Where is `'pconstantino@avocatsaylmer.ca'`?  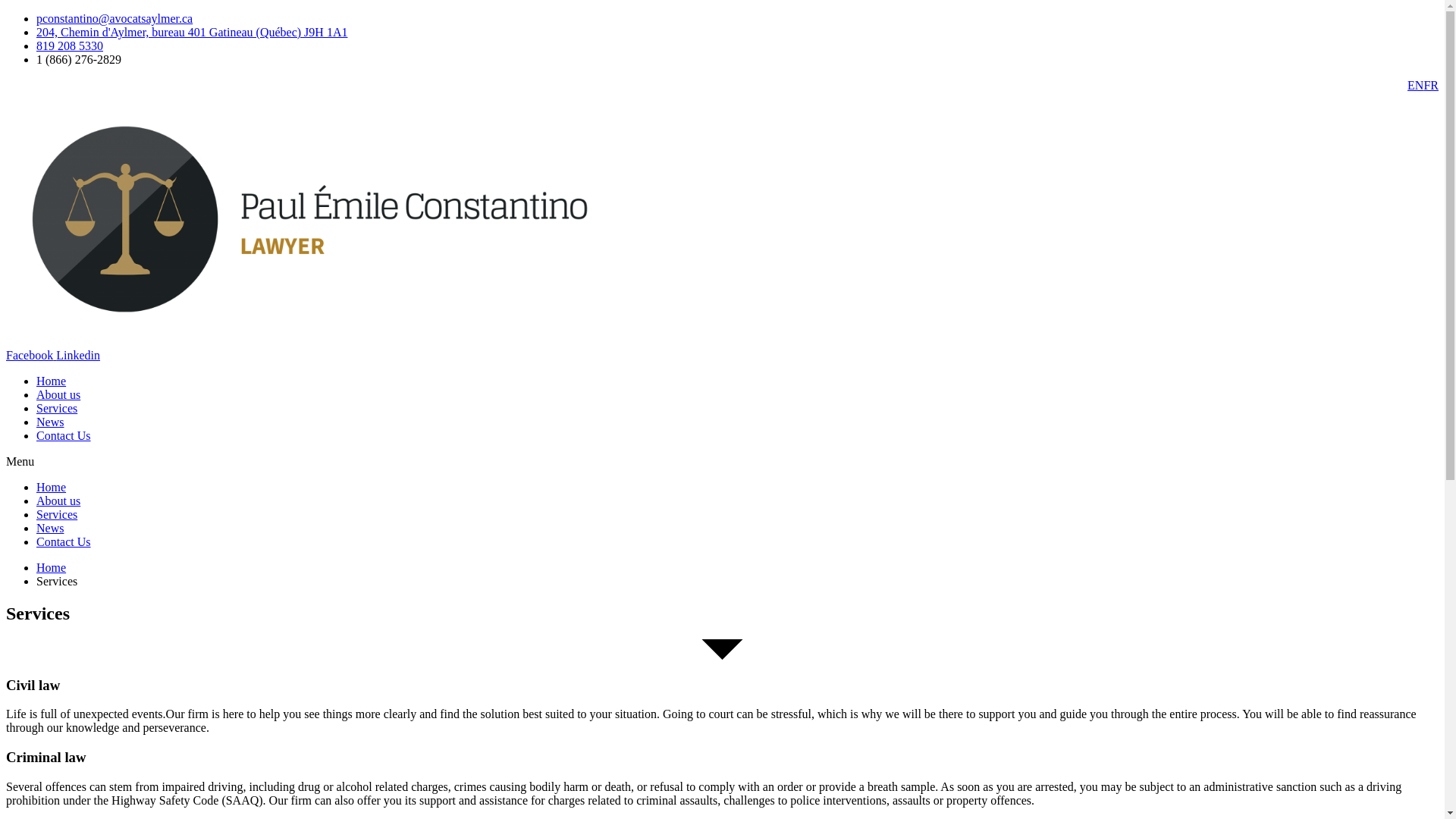
'pconstantino@avocatsaylmer.ca' is located at coordinates (113, 18).